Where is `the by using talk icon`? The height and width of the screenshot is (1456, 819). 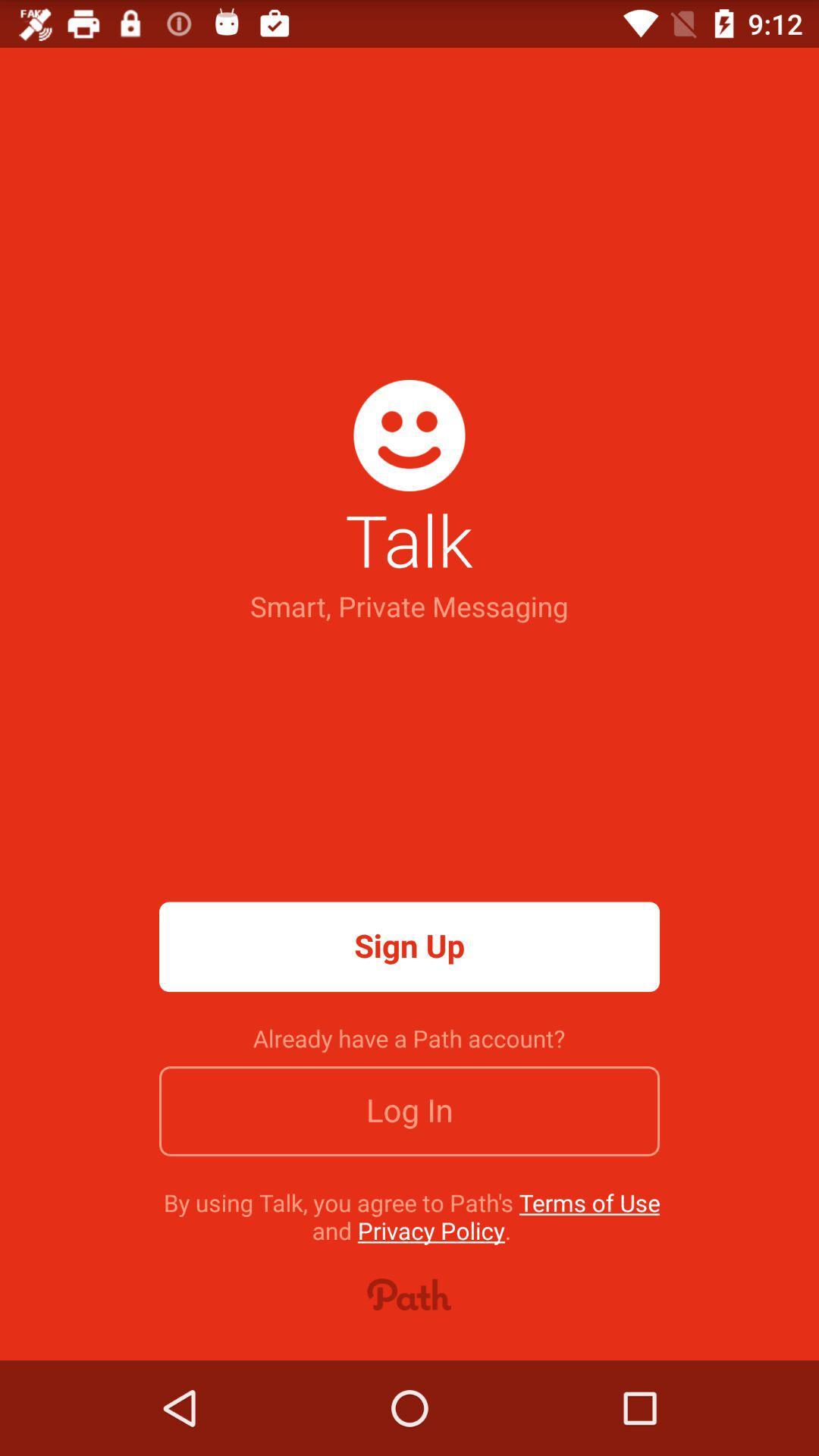 the by using talk icon is located at coordinates (412, 1216).